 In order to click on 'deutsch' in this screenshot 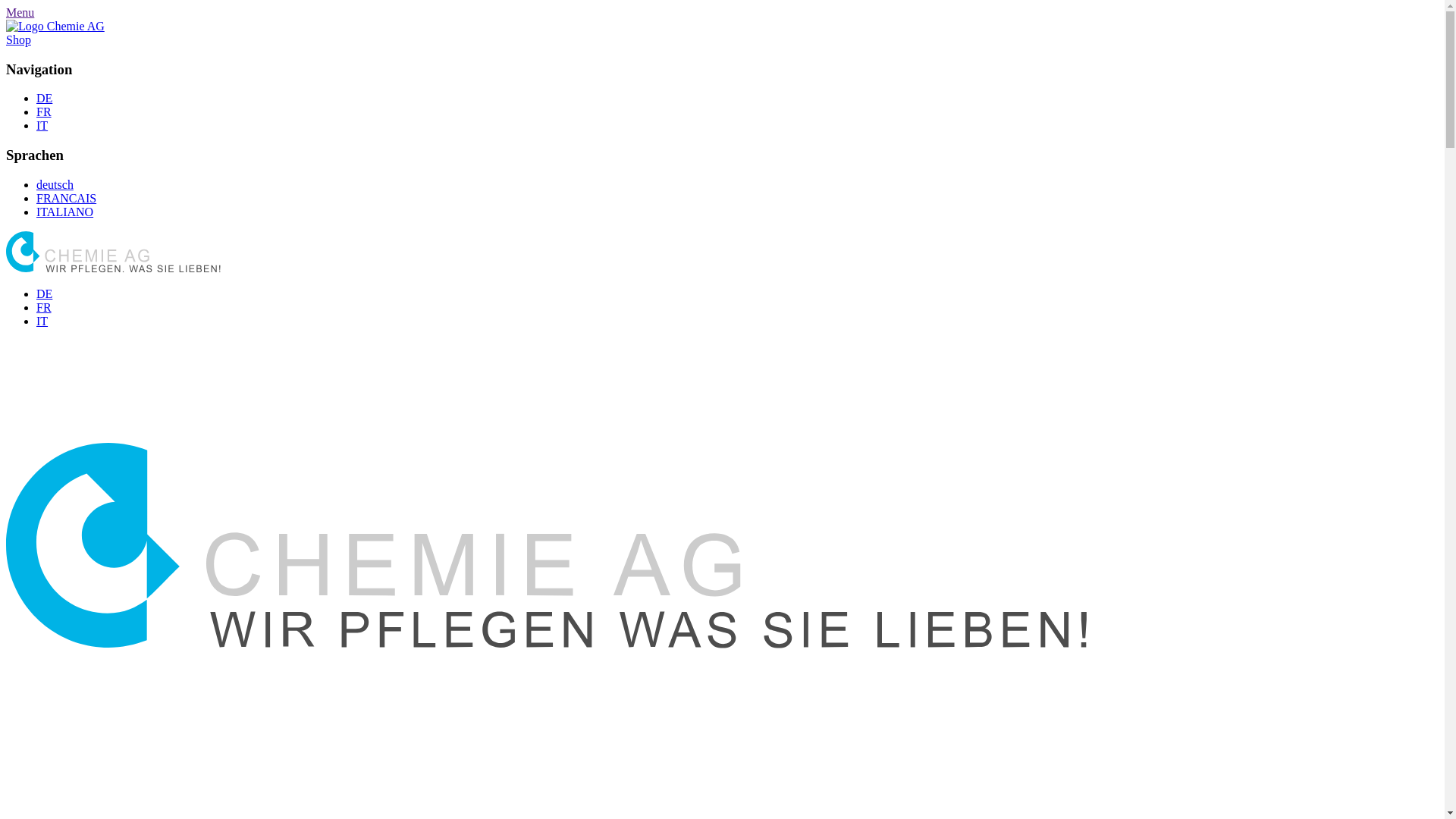, I will do `click(55, 184)`.